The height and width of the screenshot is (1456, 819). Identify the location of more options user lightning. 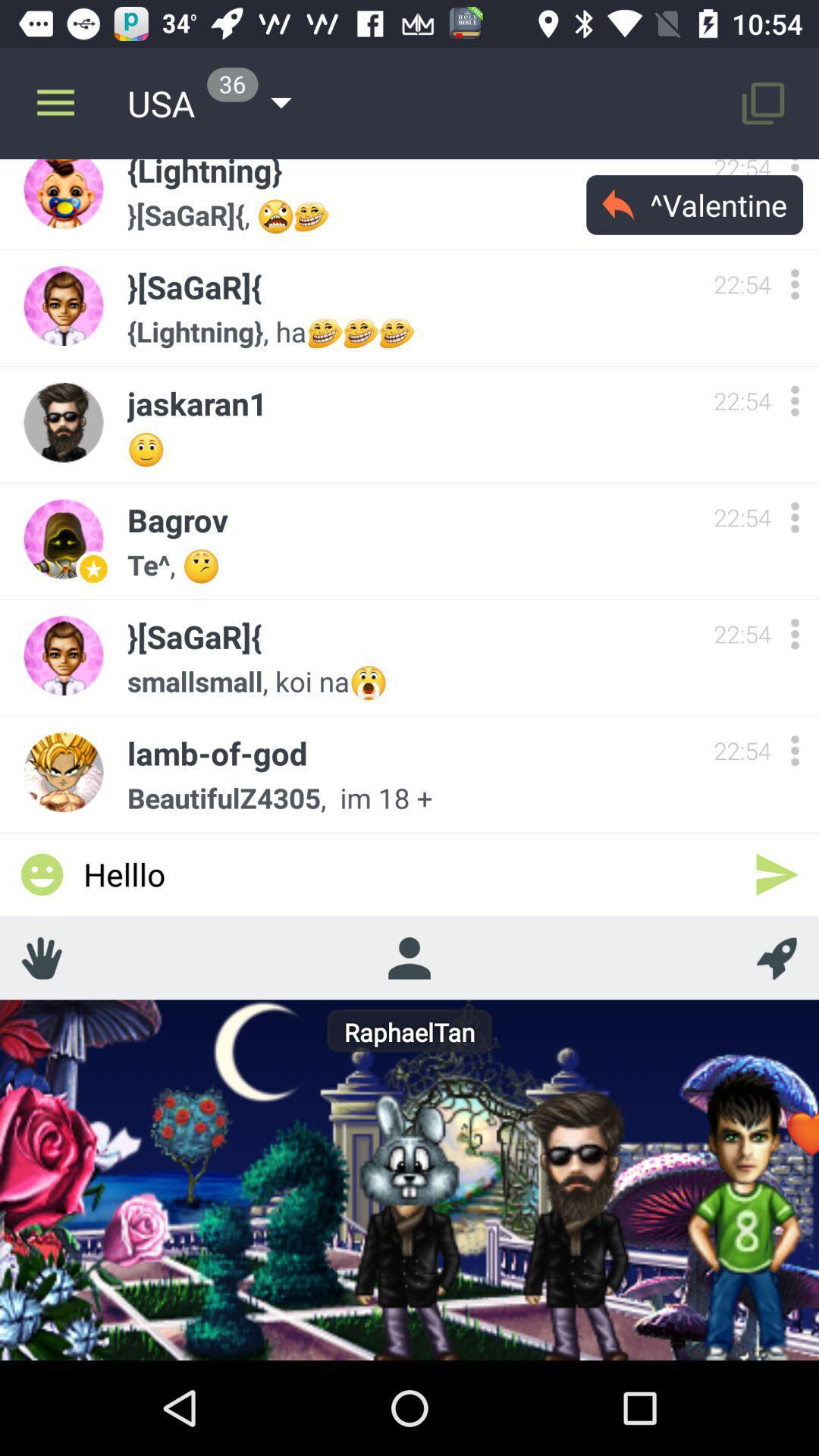
(794, 175).